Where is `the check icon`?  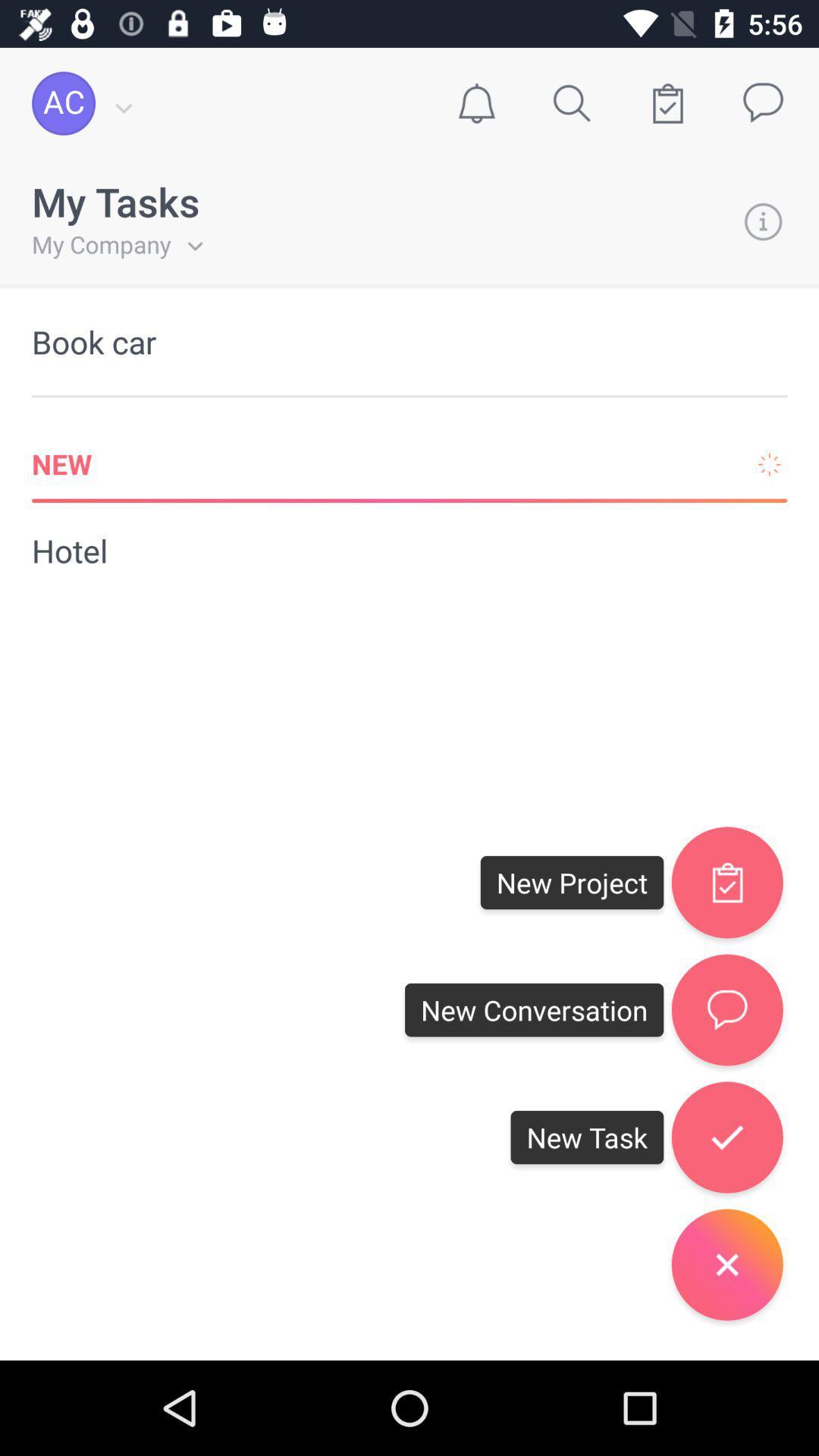
the check icon is located at coordinates (726, 1137).